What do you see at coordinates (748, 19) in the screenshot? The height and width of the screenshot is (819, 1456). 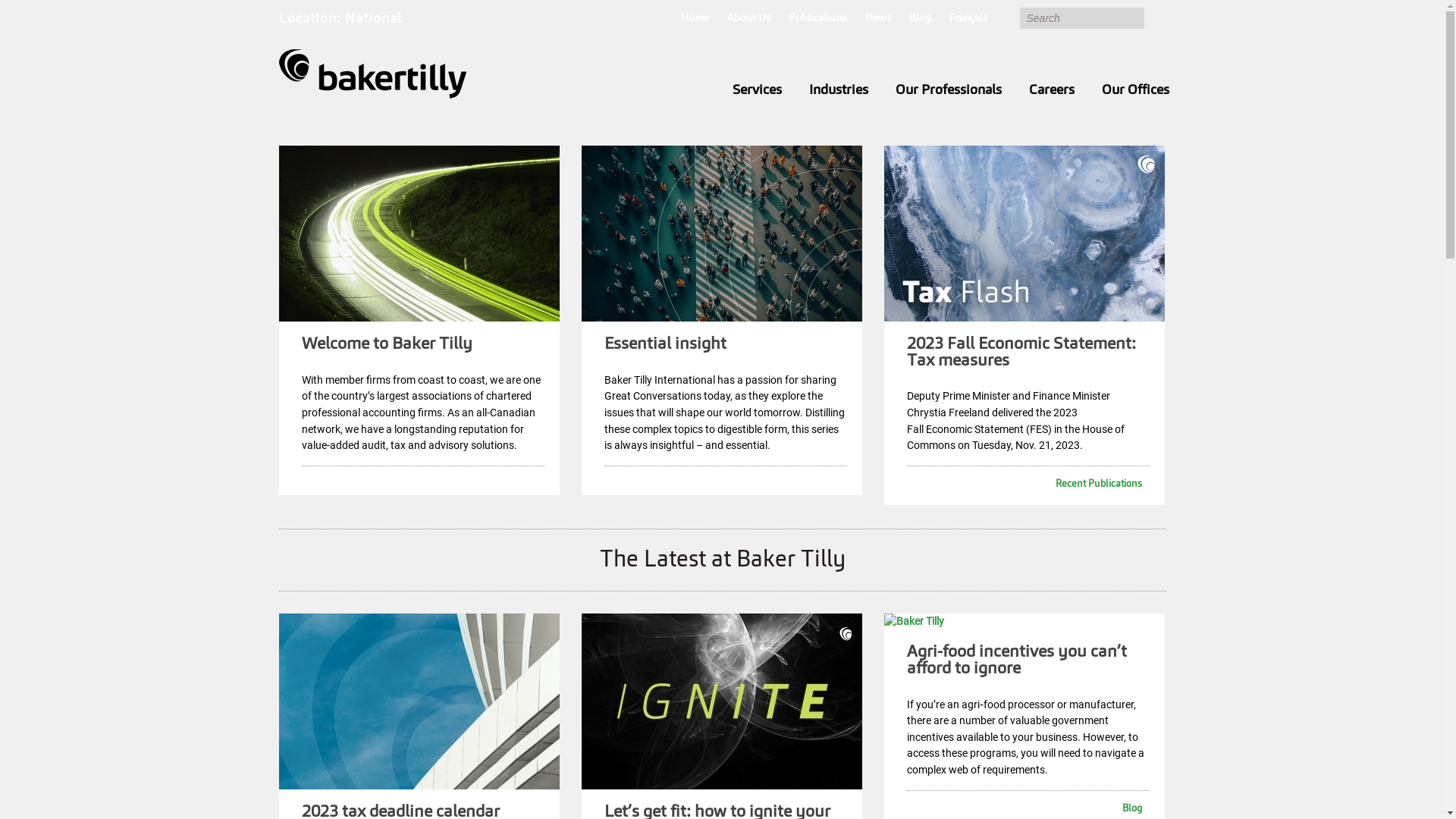 I see `'About Us'` at bounding box center [748, 19].